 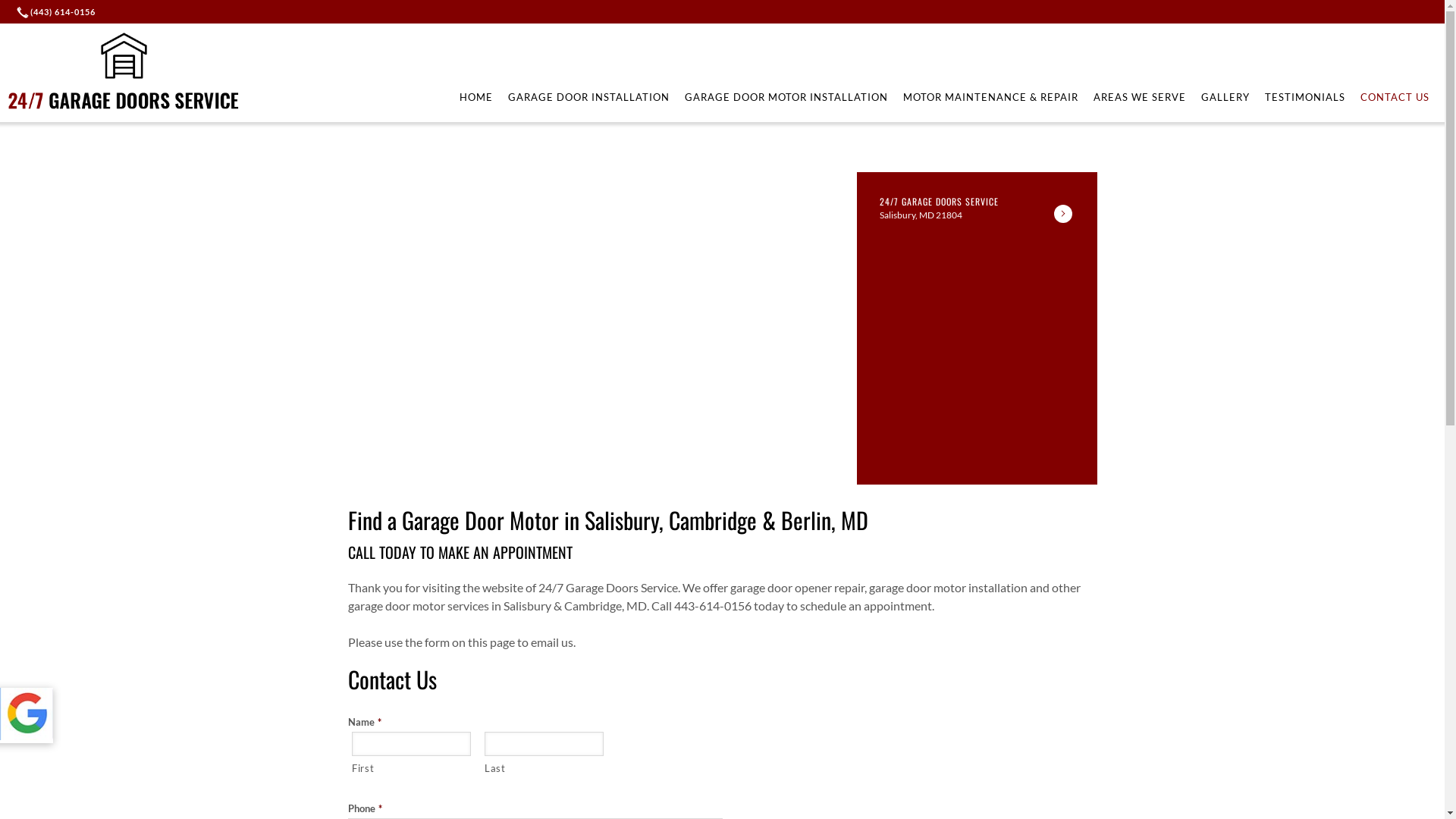 What do you see at coordinates (458, 96) in the screenshot?
I see `'HOME'` at bounding box center [458, 96].